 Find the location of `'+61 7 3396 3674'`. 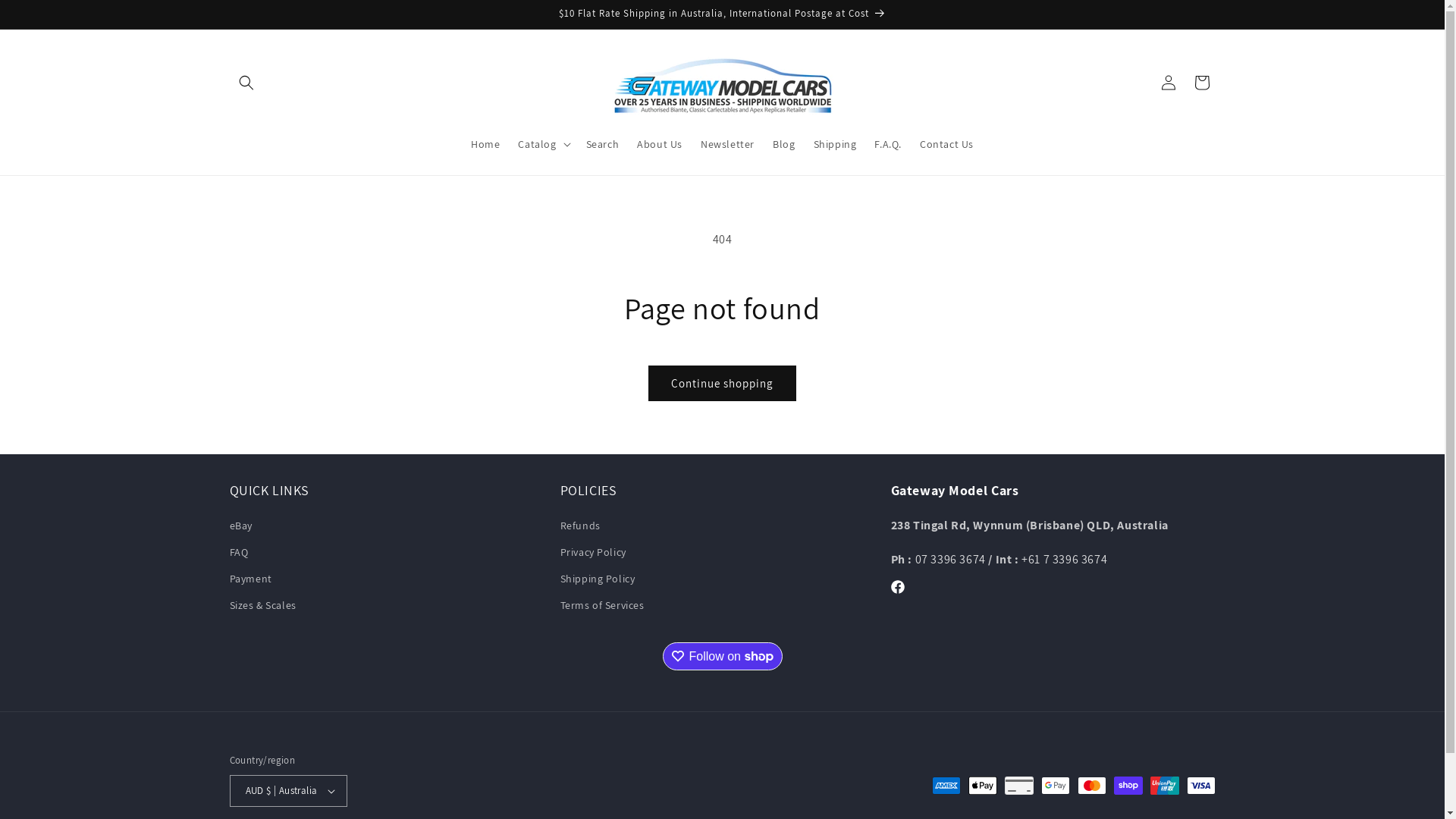

'+61 7 3396 3674' is located at coordinates (1021, 559).